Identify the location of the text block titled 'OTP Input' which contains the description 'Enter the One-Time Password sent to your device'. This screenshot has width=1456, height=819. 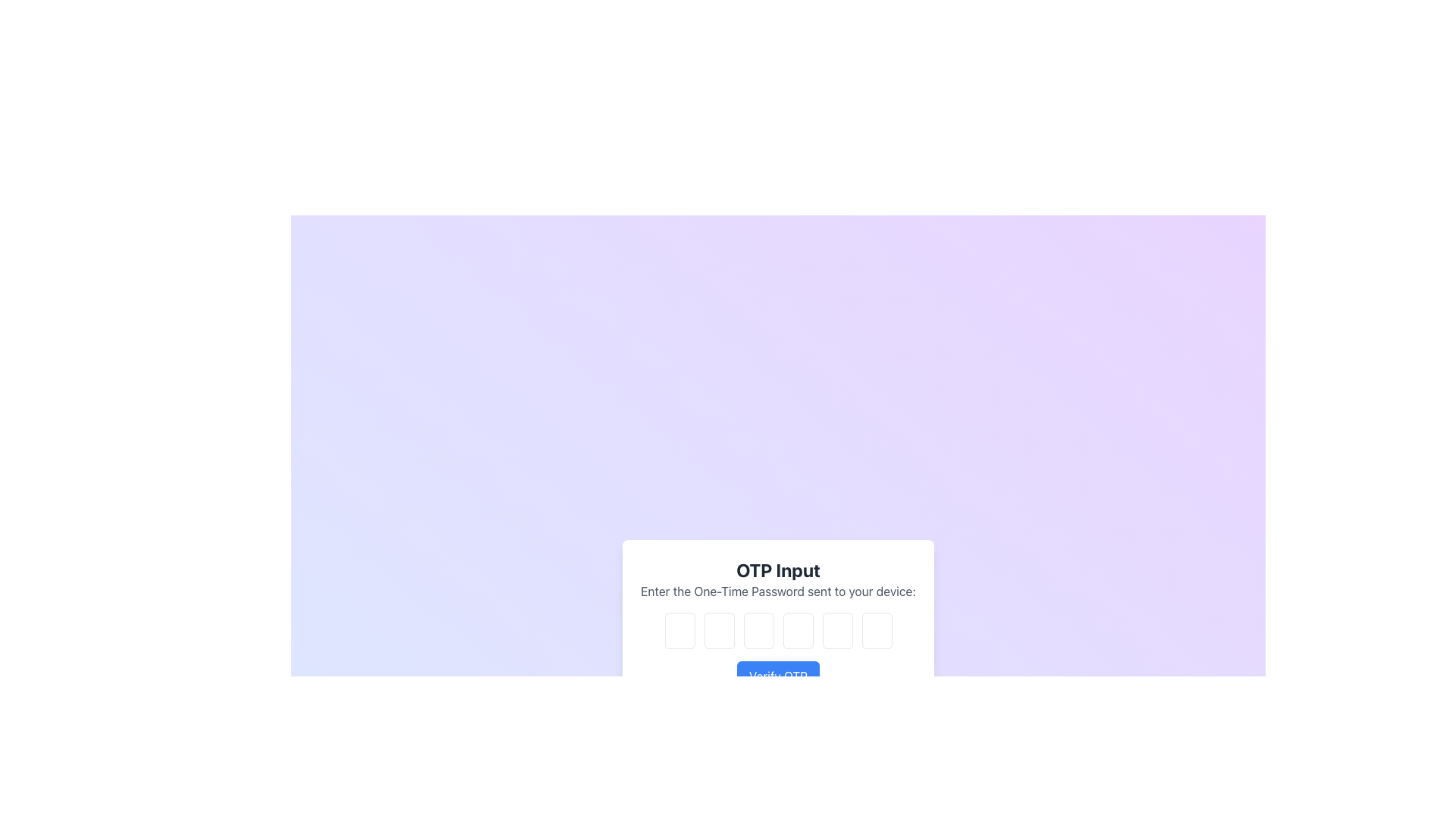
(778, 579).